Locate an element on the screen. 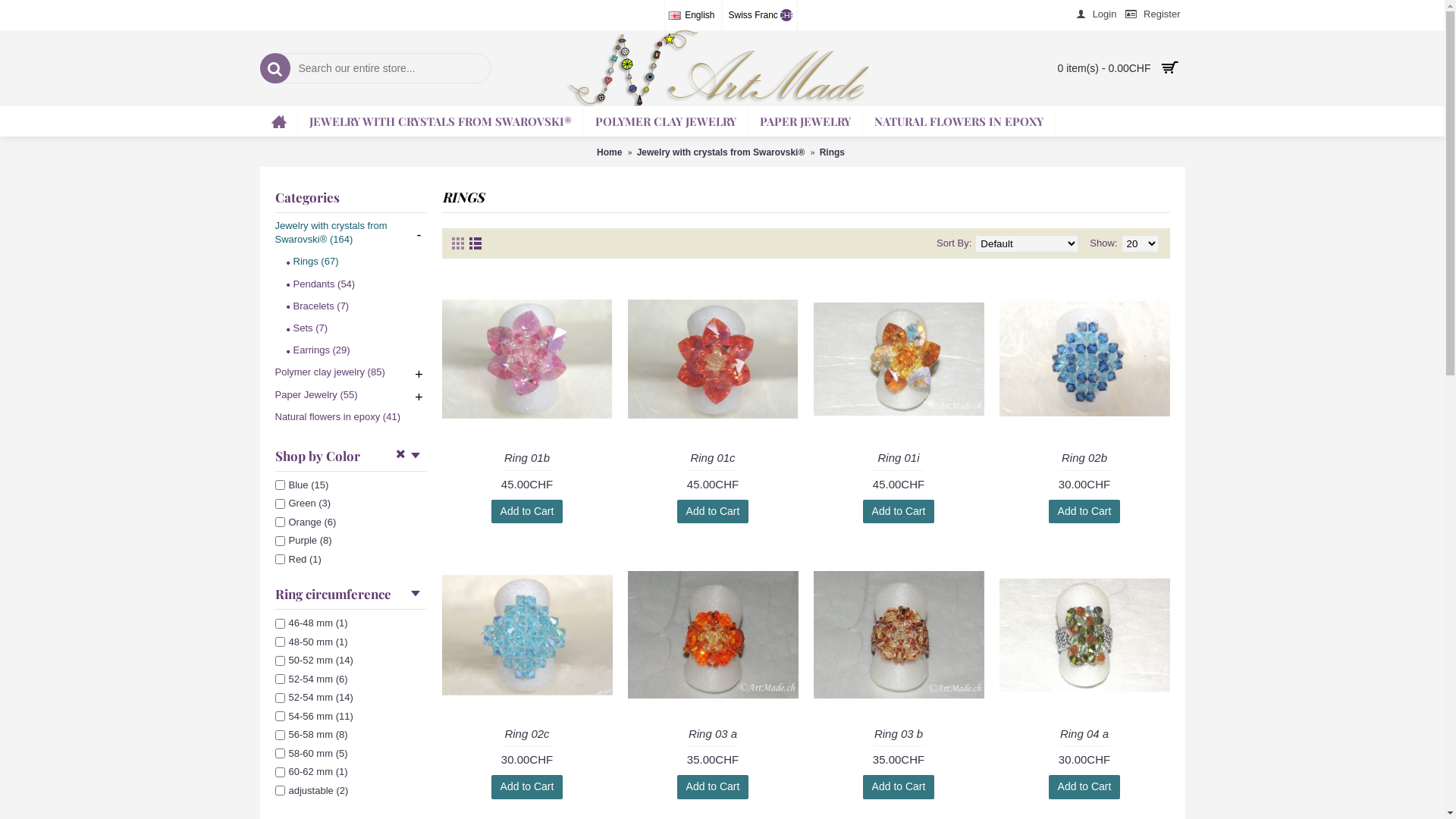 The width and height of the screenshot is (1456, 819). 'Ring 01b' is located at coordinates (526, 359).